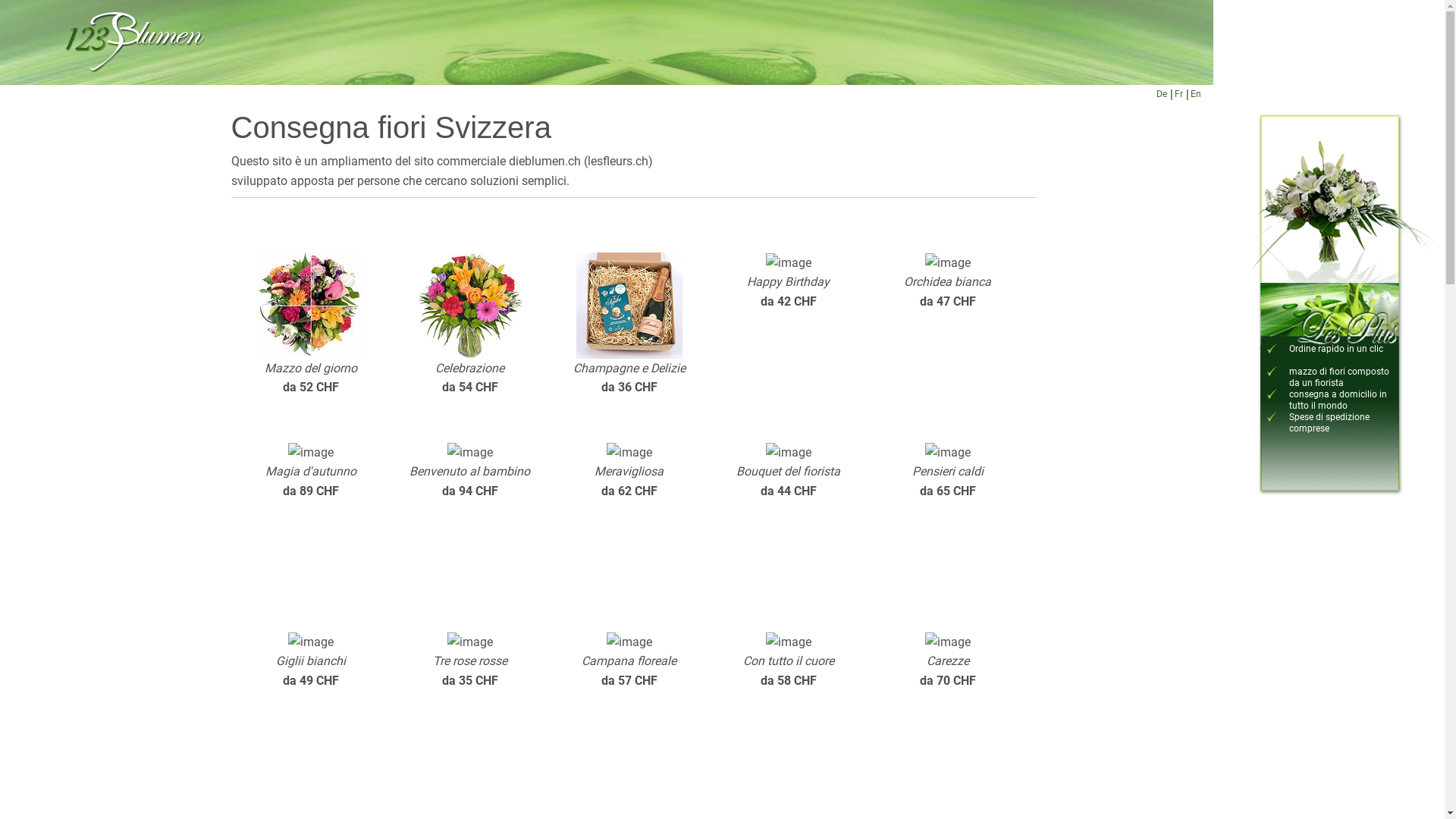  I want to click on 'De', so click(1160, 94).